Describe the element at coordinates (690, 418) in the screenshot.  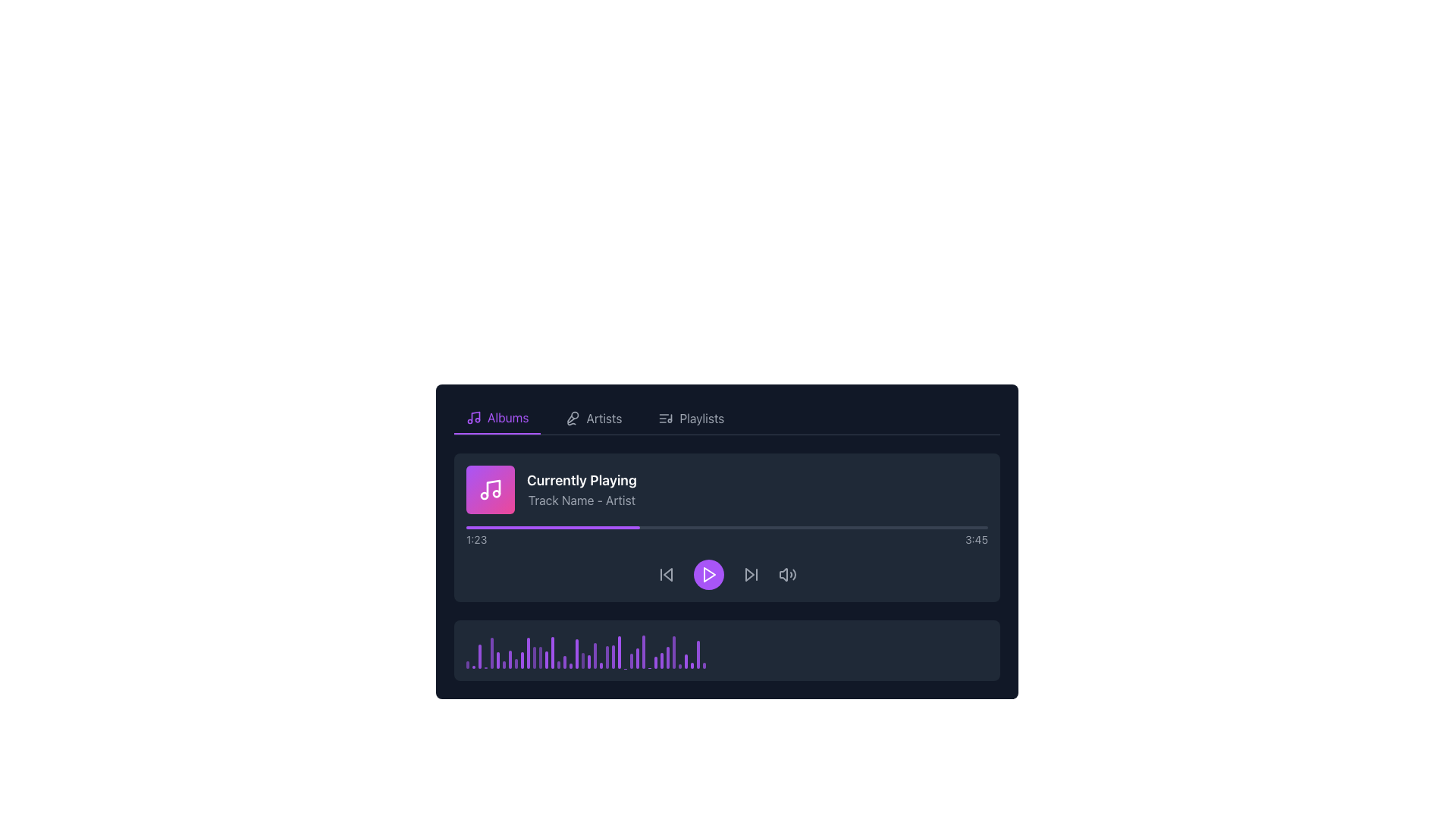
I see `the navigation button labeled for playlists, which is the third item` at that location.